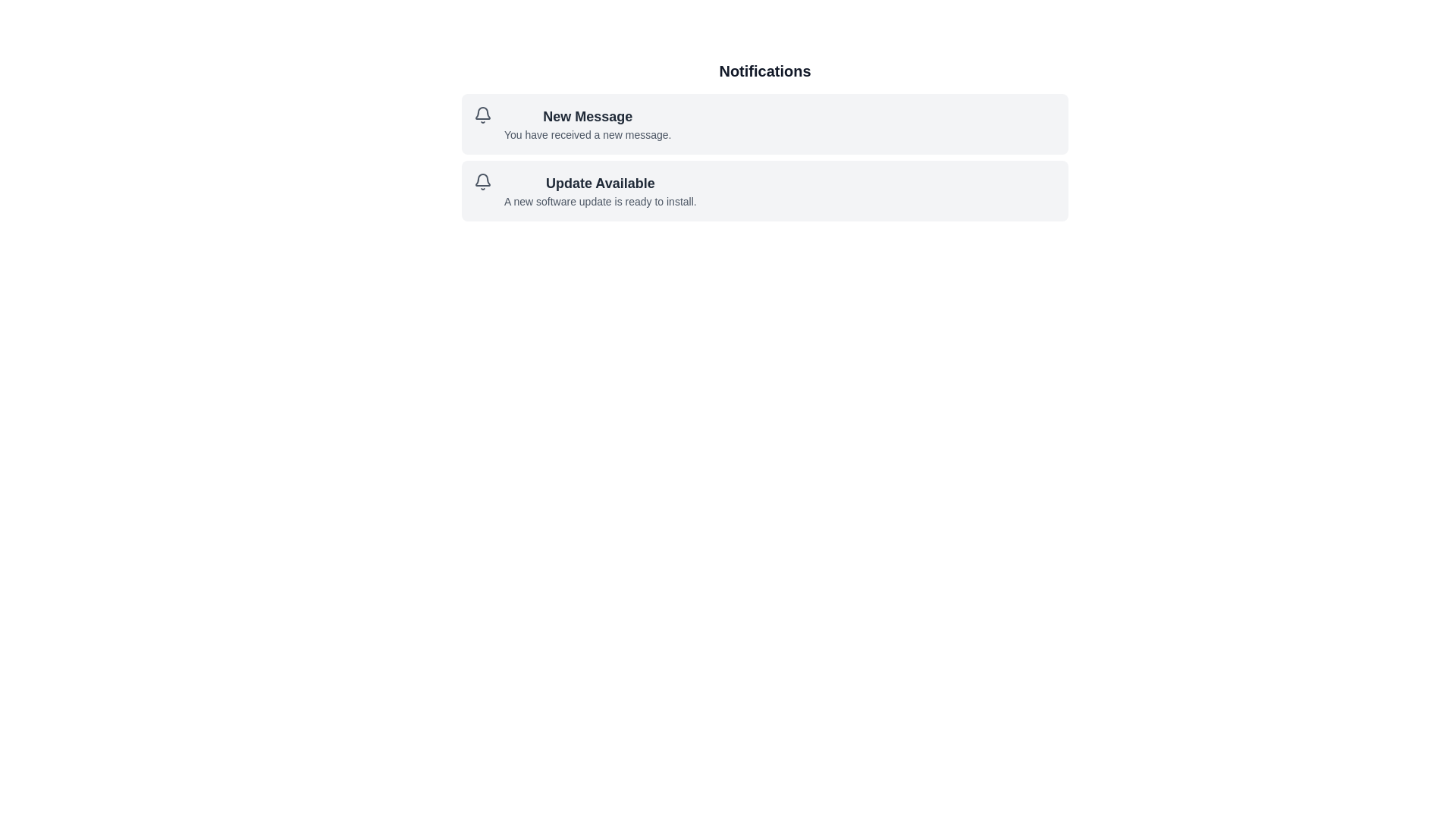 This screenshot has width=1456, height=819. I want to click on text from the 'Update Available' notification block, which is located in the second notification card below the 'Notifications' title and to the right of the bell icon, so click(599, 190).